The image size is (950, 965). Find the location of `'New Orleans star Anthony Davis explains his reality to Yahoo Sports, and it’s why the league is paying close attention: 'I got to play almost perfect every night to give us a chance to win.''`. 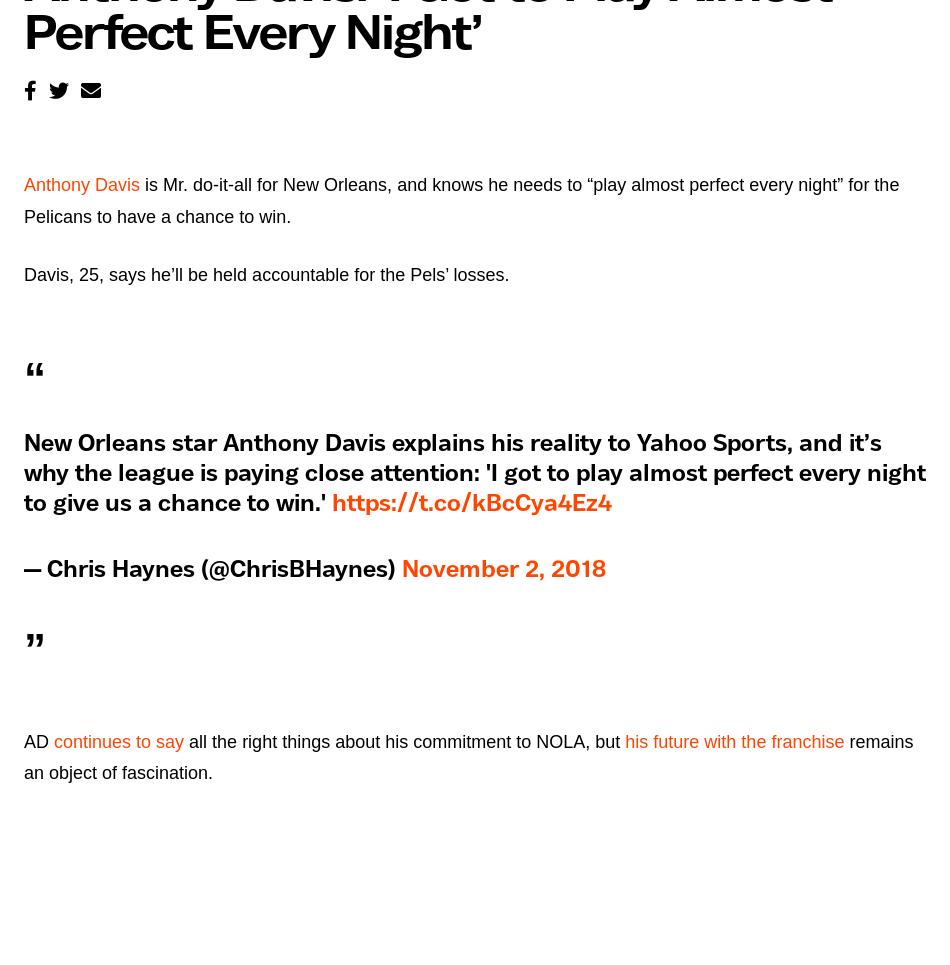

'New Orleans star Anthony Davis explains his reality to Yahoo Sports, and it’s why the league is paying close attention: 'I got to play almost perfect every night to give us a chance to win.'' is located at coordinates (475, 472).